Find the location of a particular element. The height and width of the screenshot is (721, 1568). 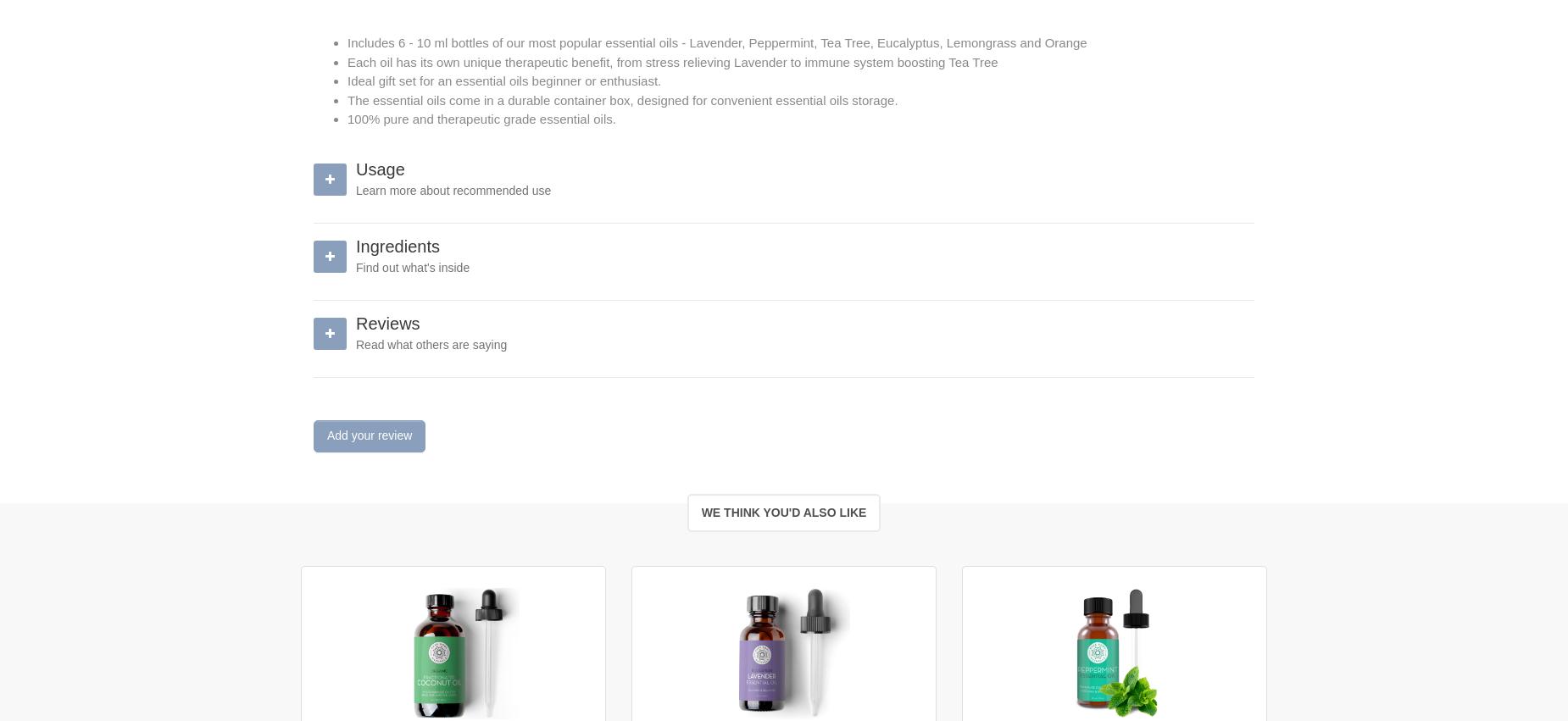

'Ideal gift set for an essential oils beginner or enthusiast.' is located at coordinates (503, 80).